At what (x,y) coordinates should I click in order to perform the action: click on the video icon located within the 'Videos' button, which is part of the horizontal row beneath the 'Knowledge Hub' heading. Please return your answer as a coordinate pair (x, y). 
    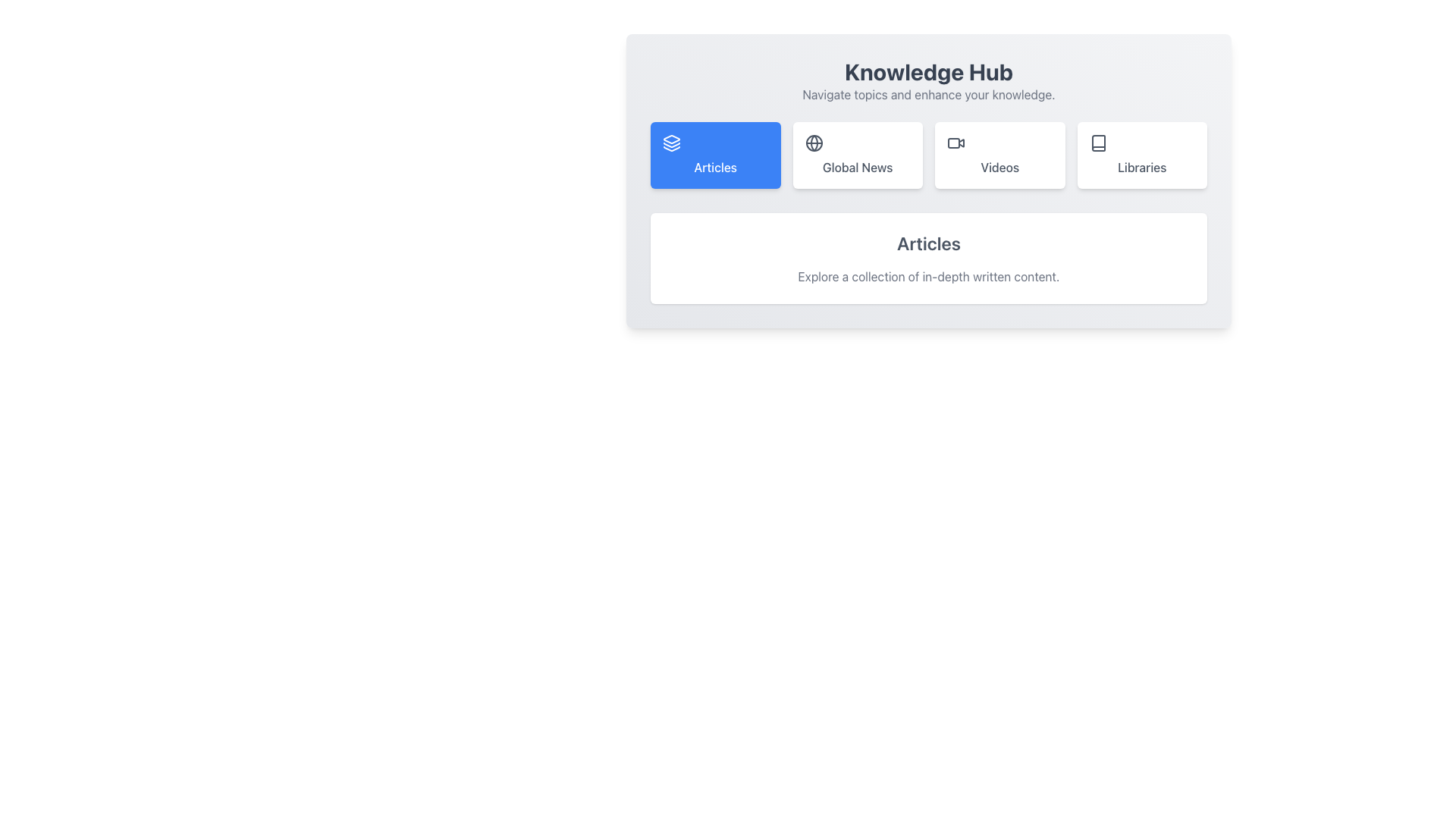
    Looking at the image, I should click on (955, 143).